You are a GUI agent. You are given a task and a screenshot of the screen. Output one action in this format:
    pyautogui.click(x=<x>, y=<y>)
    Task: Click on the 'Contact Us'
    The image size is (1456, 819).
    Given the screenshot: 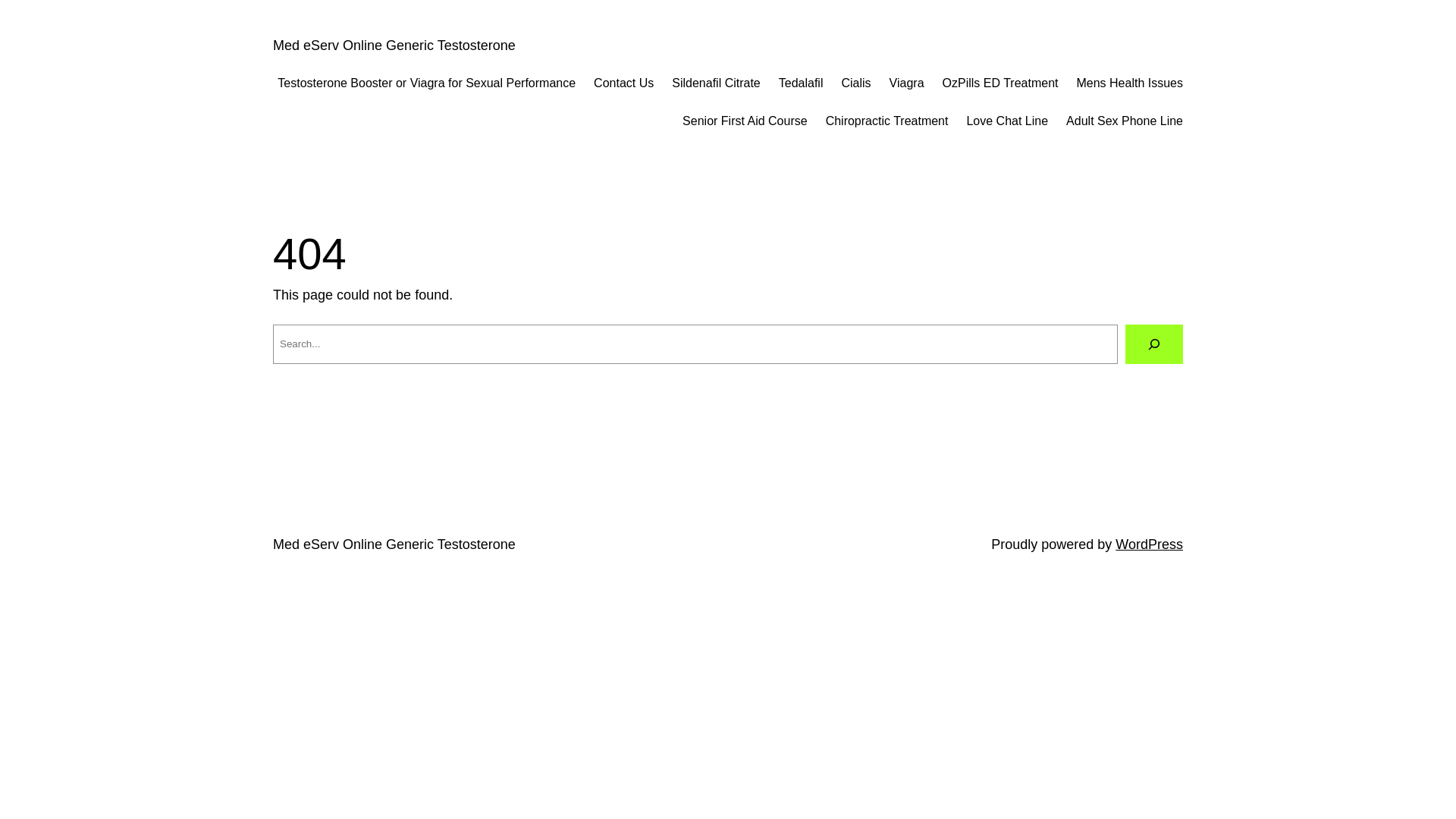 What is the action you would take?
    pyautogui.click(x=623, y=83)
    